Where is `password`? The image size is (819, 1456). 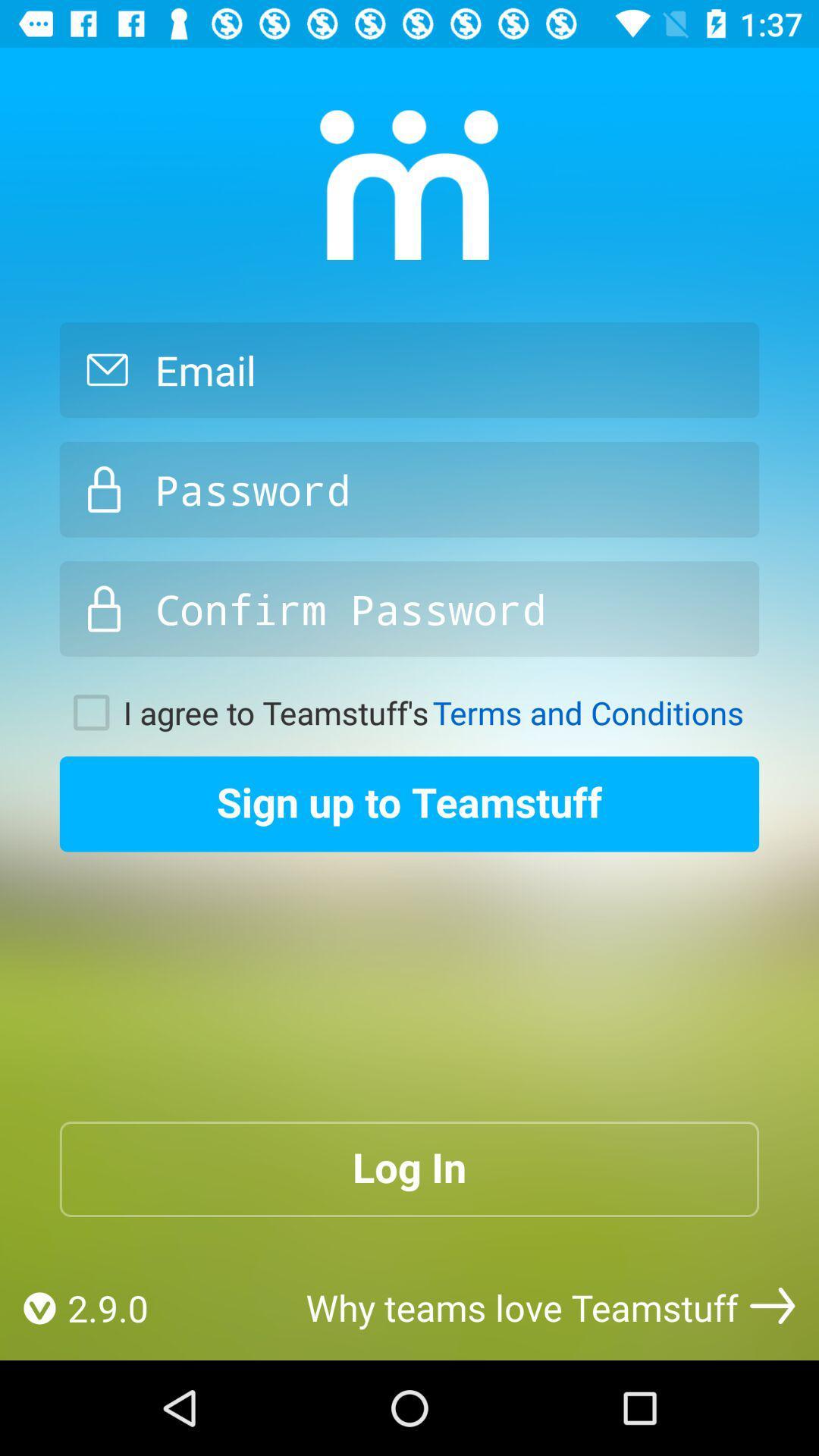 password is located at coordinates (409, 489).